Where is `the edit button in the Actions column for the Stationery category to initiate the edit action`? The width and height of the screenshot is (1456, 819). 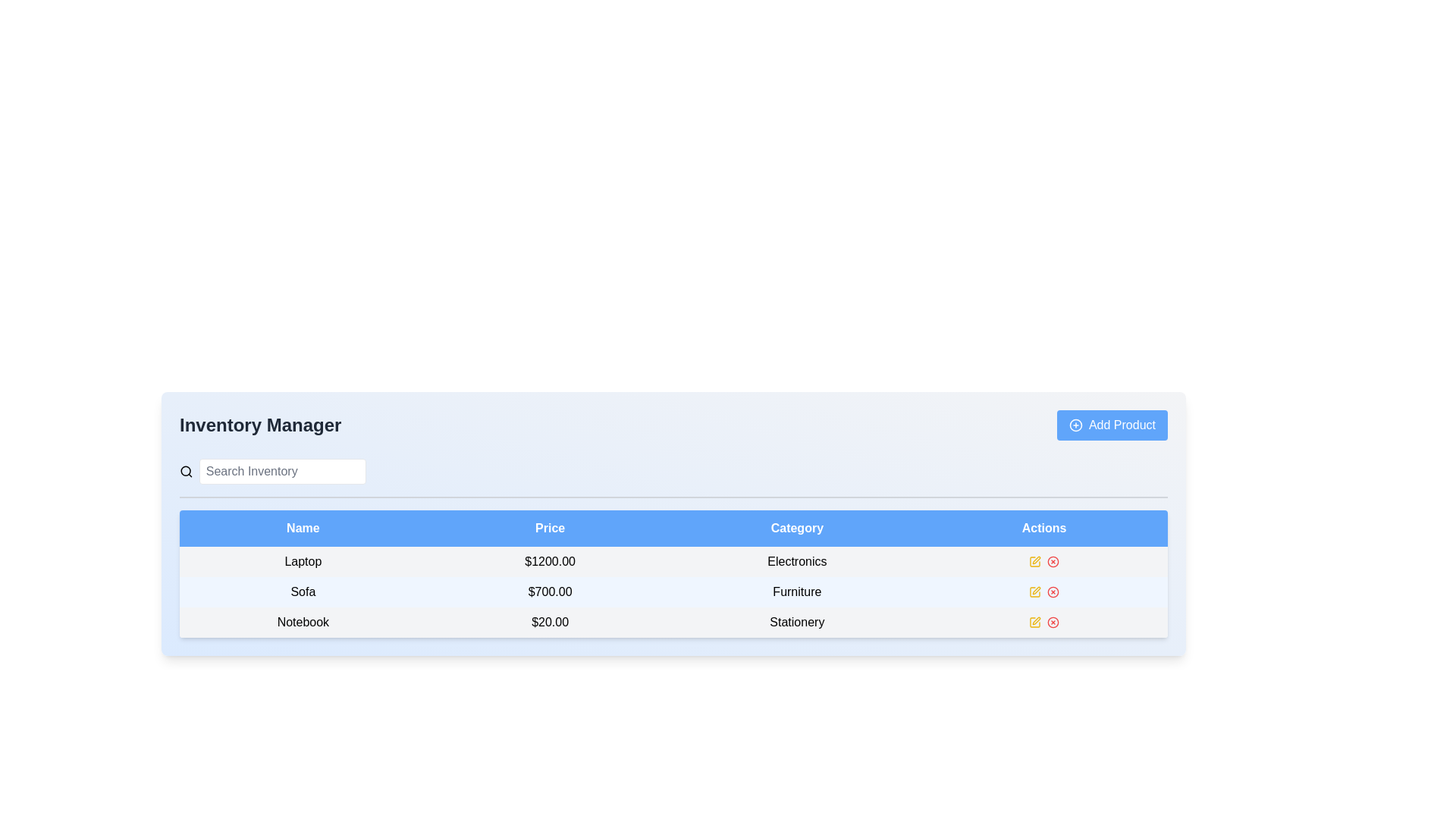 the edit button in the Actions column for the Stationery category to initiate the edit action is located at coordinates (1034, 623).